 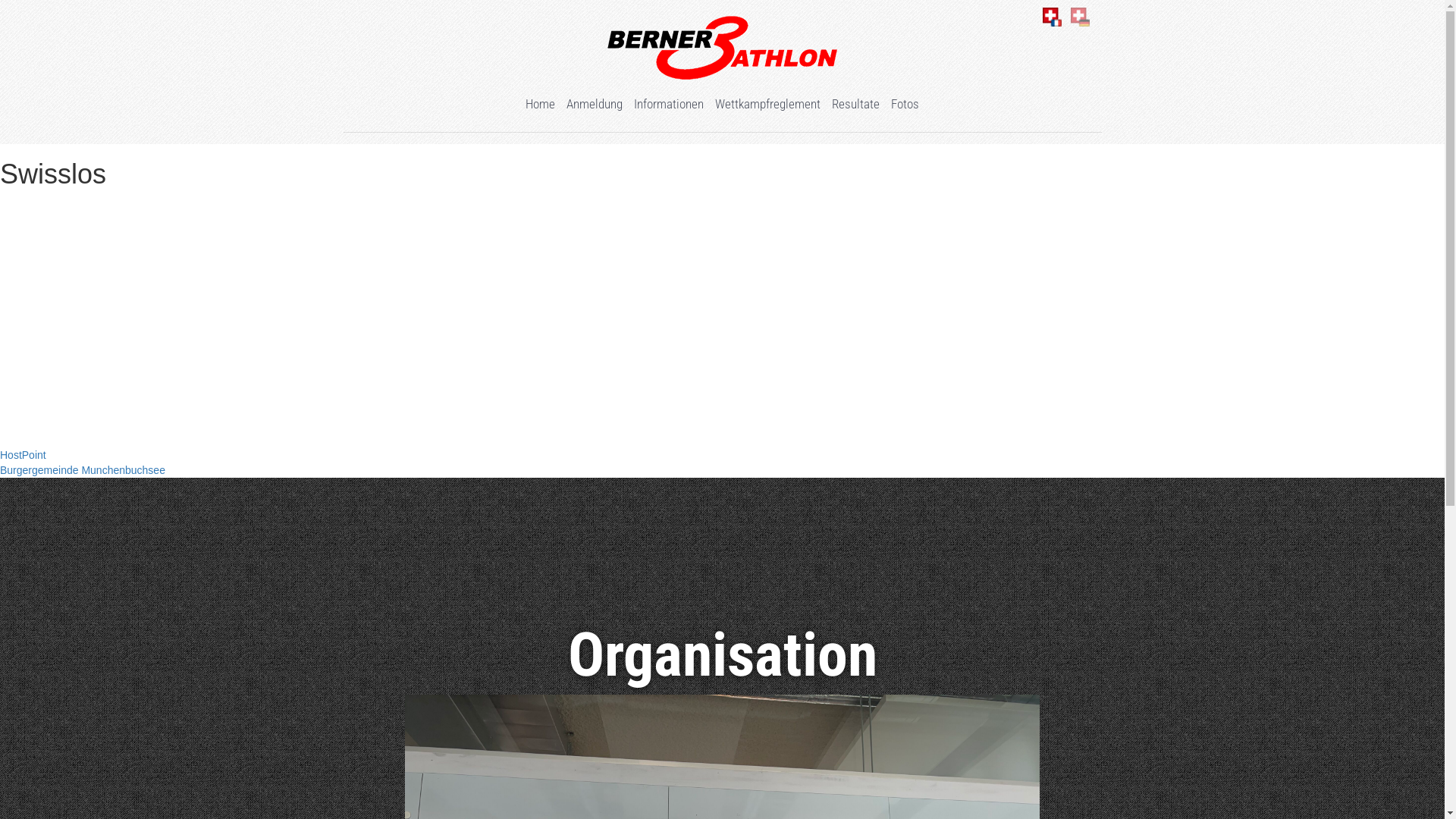 What do you see at coordinates (23, 454) in the screenshot?
I see `'HostPoint'` at bounding box center [23, 454].